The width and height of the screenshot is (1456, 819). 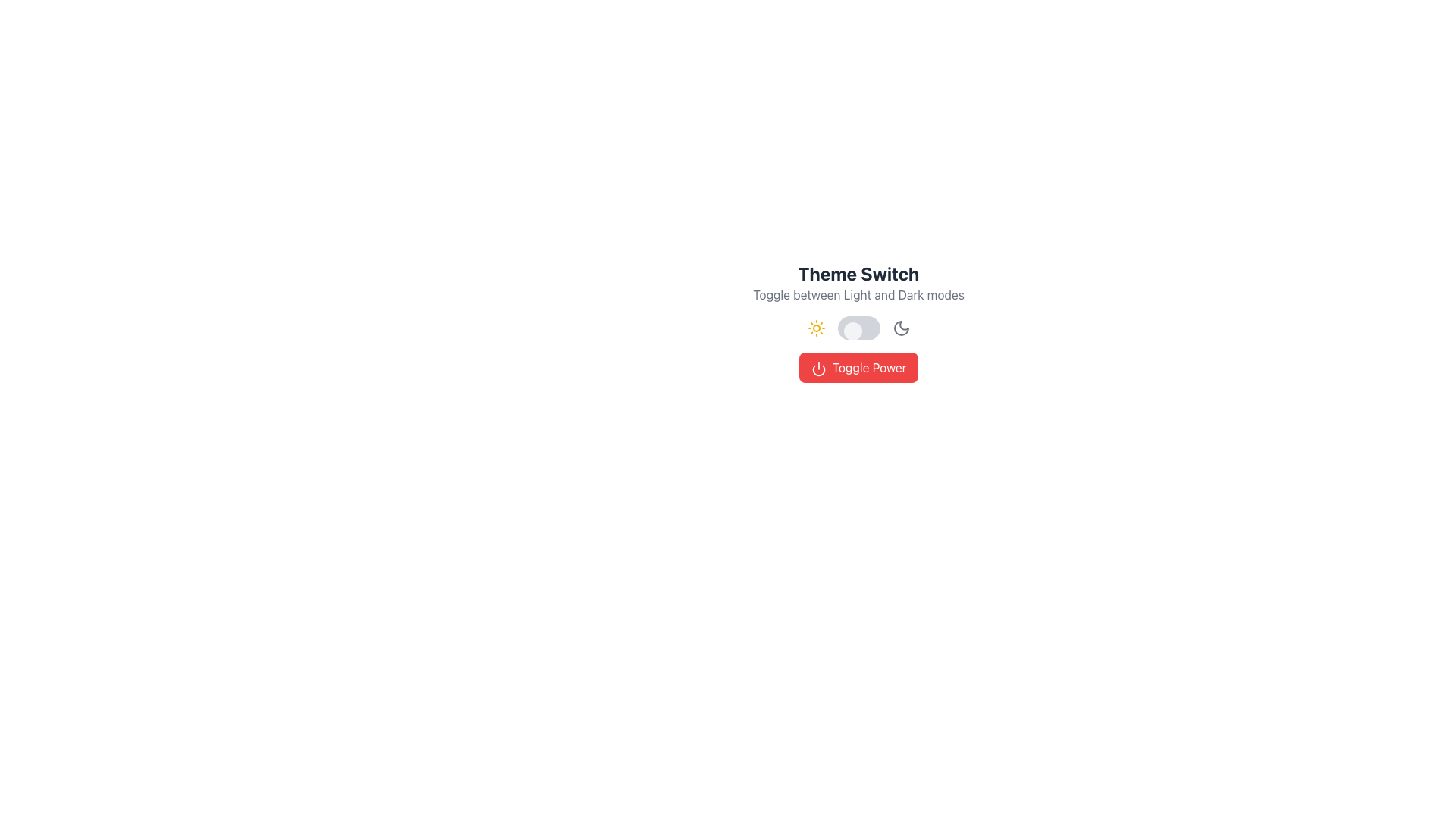 What do you see at coordinates (901, 327) in the screenshot?
I see `the gray moon SVG icon representing the dark mode toggle` at bounding box center [901, 327].